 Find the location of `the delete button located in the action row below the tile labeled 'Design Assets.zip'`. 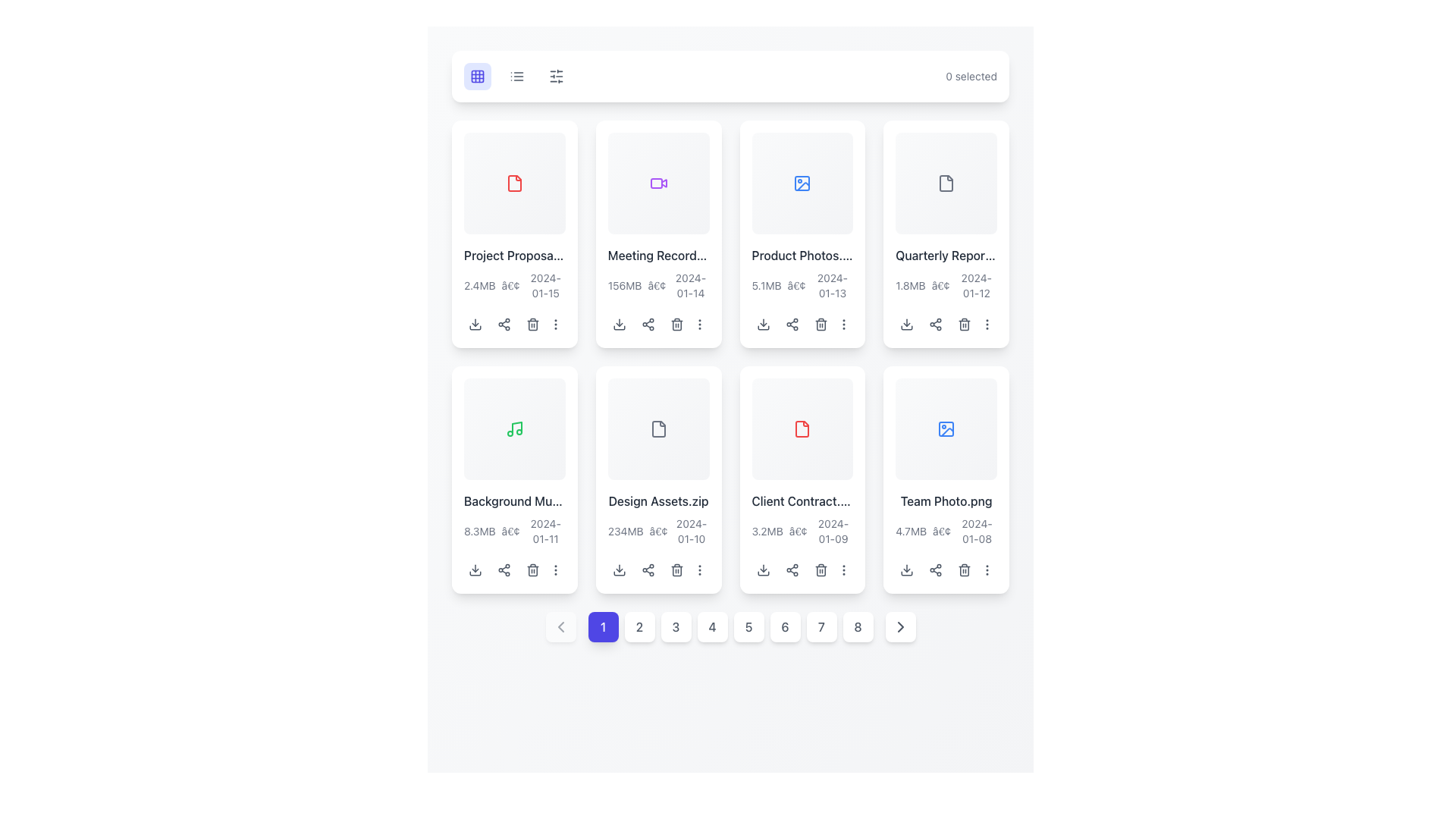

the delete button located in the action row below the tile labeled 'Design Assets.zip' is located at coordinates (676, 570).